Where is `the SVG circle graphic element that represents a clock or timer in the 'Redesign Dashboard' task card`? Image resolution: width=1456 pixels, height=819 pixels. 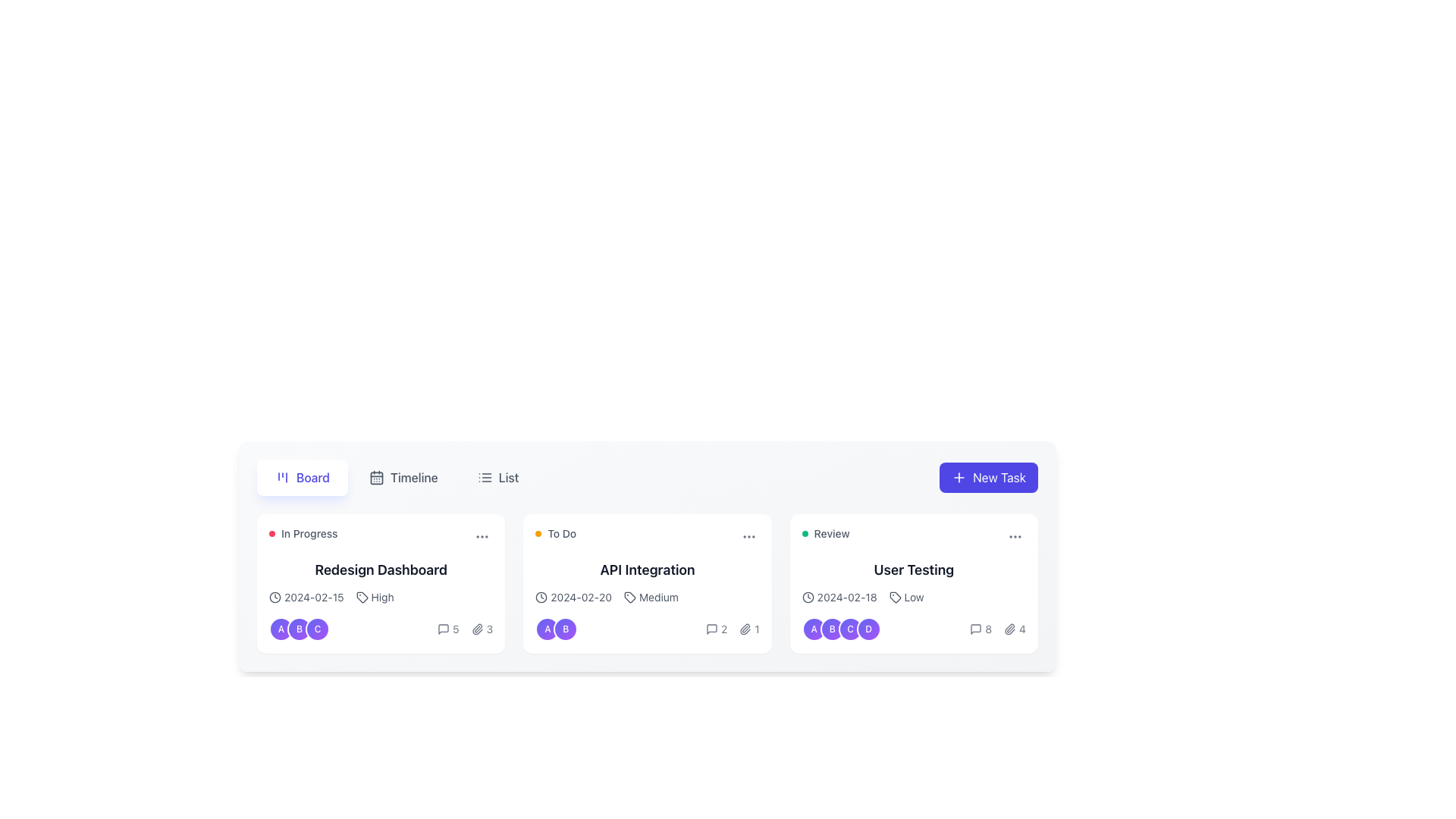 the SVG circle graphic element that represents a clock or timer in the 'Redesign Dashboard' task card is located at coordinates (275, 596).